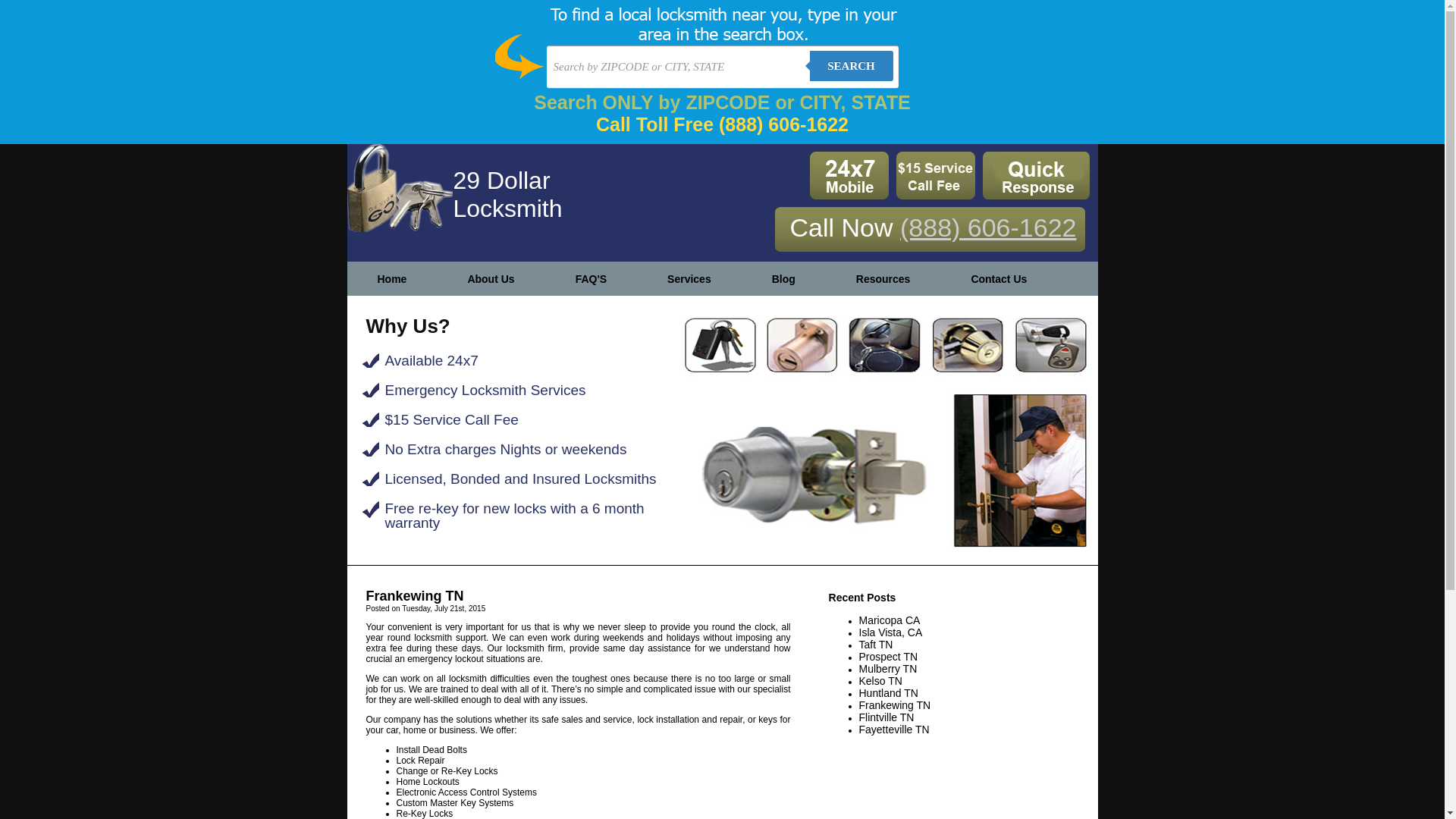 The width and height of the screenshot is (1456, 819). Describe the element at coordinates (887, 668) in the screenshot. I see `'Mulberry TN'` at that location.